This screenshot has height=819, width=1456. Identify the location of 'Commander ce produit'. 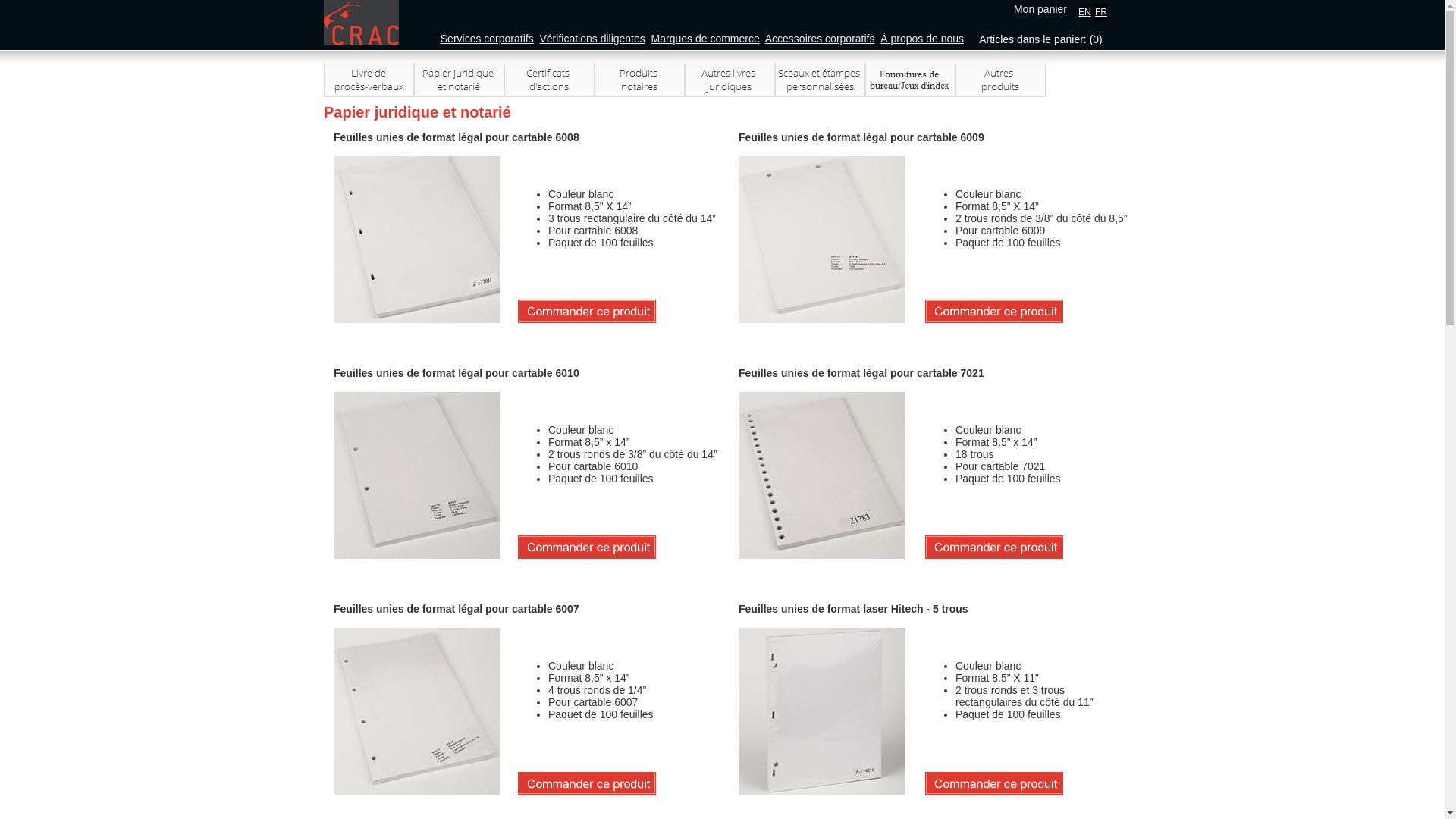
(585, 310).